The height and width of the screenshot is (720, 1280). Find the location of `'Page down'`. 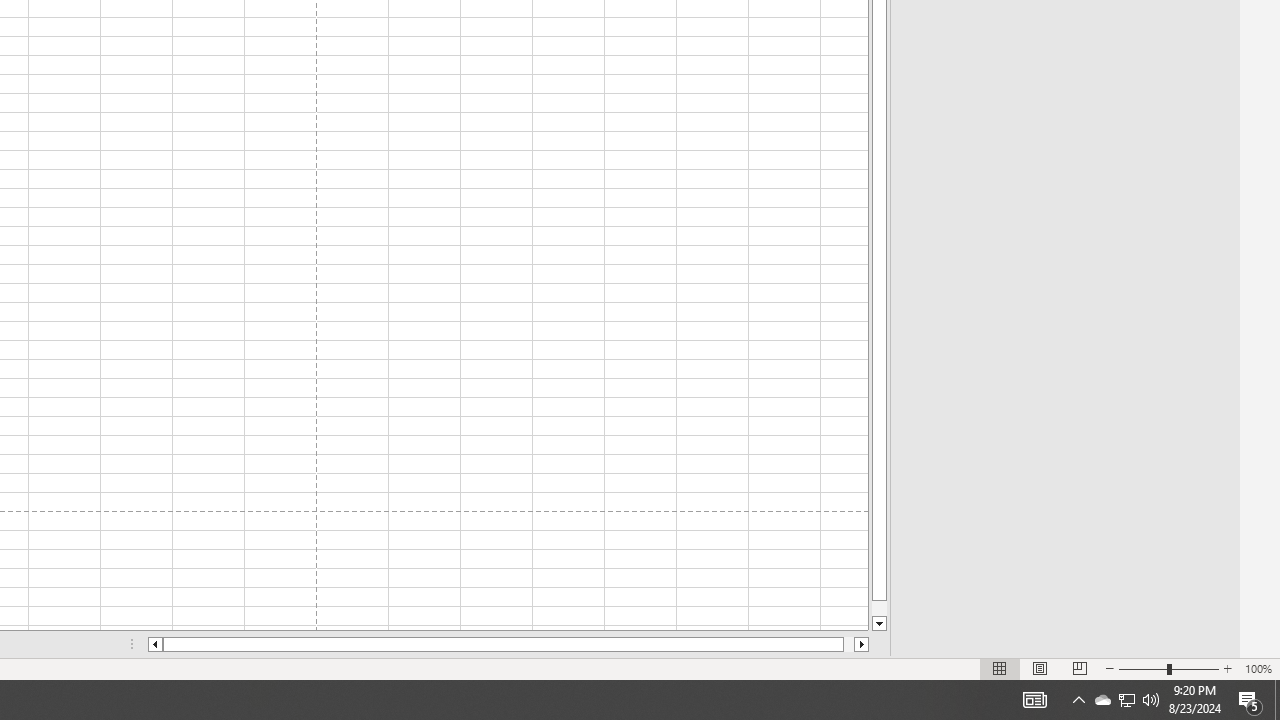

'Page down' is located at coordinates (879, 607).